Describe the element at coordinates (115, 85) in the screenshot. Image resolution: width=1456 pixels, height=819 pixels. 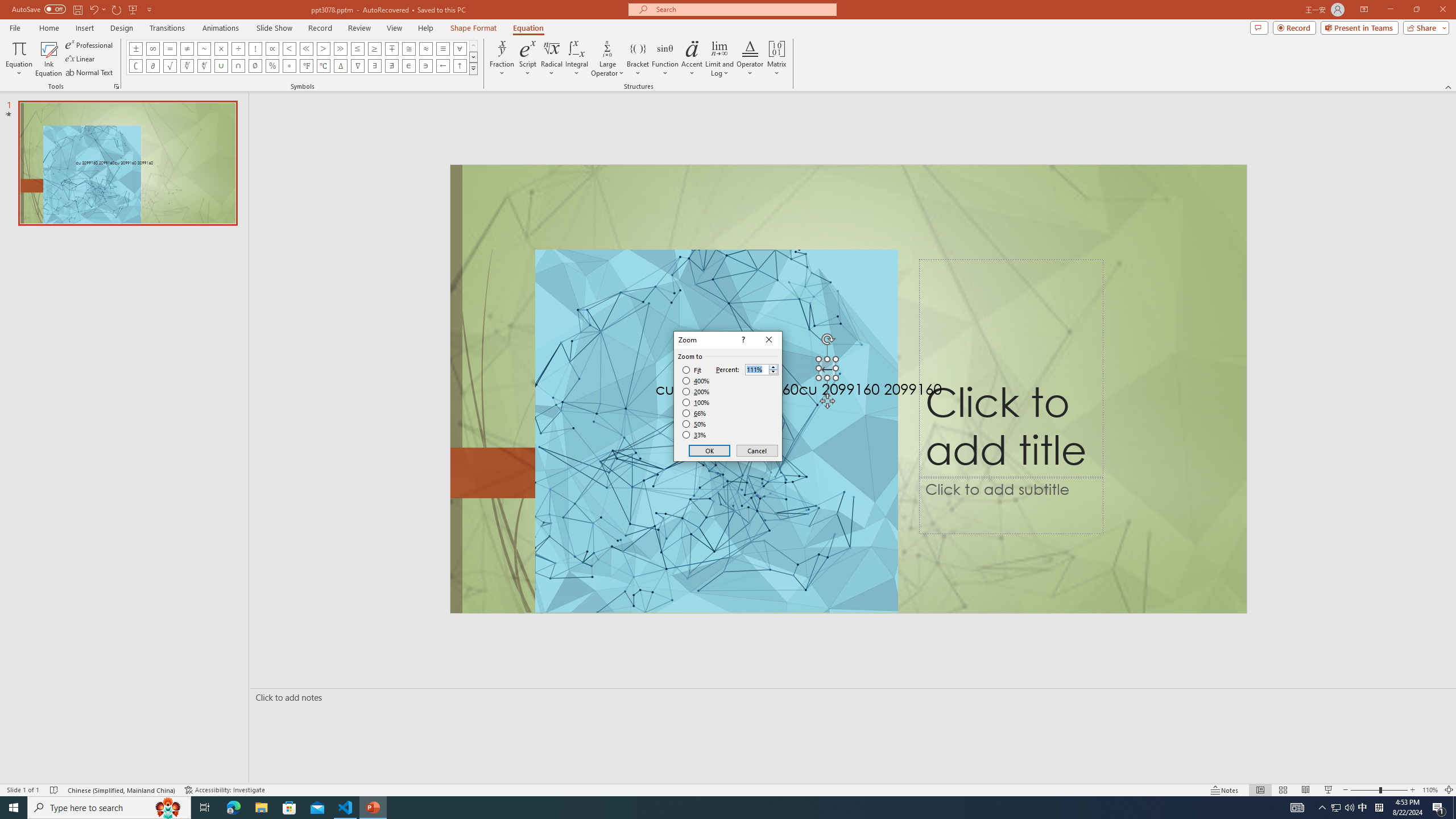
I see `'Equation Options...'` at that location.